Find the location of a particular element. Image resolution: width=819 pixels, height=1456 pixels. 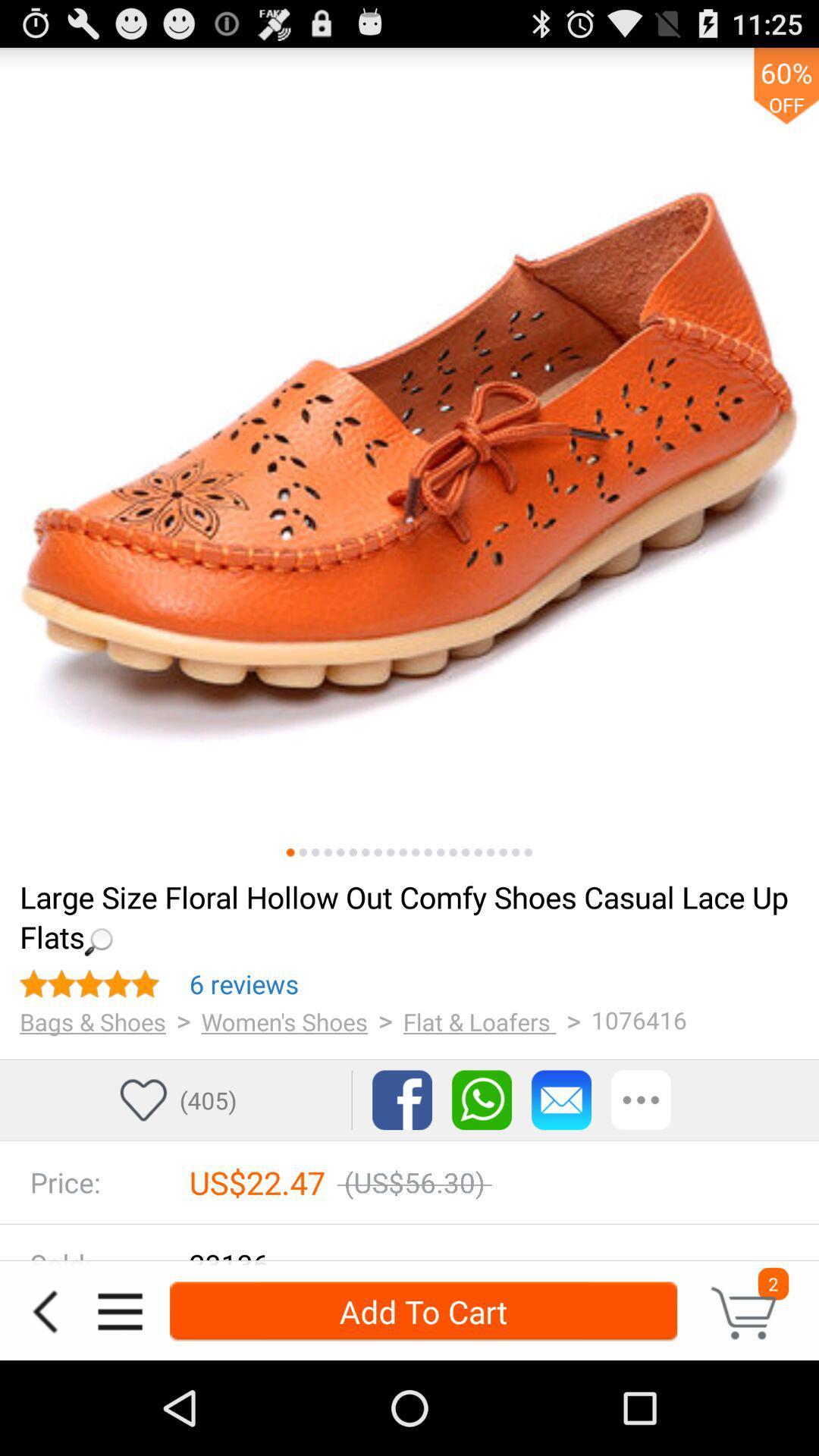

switch image view is located at coordinates (390, 852).